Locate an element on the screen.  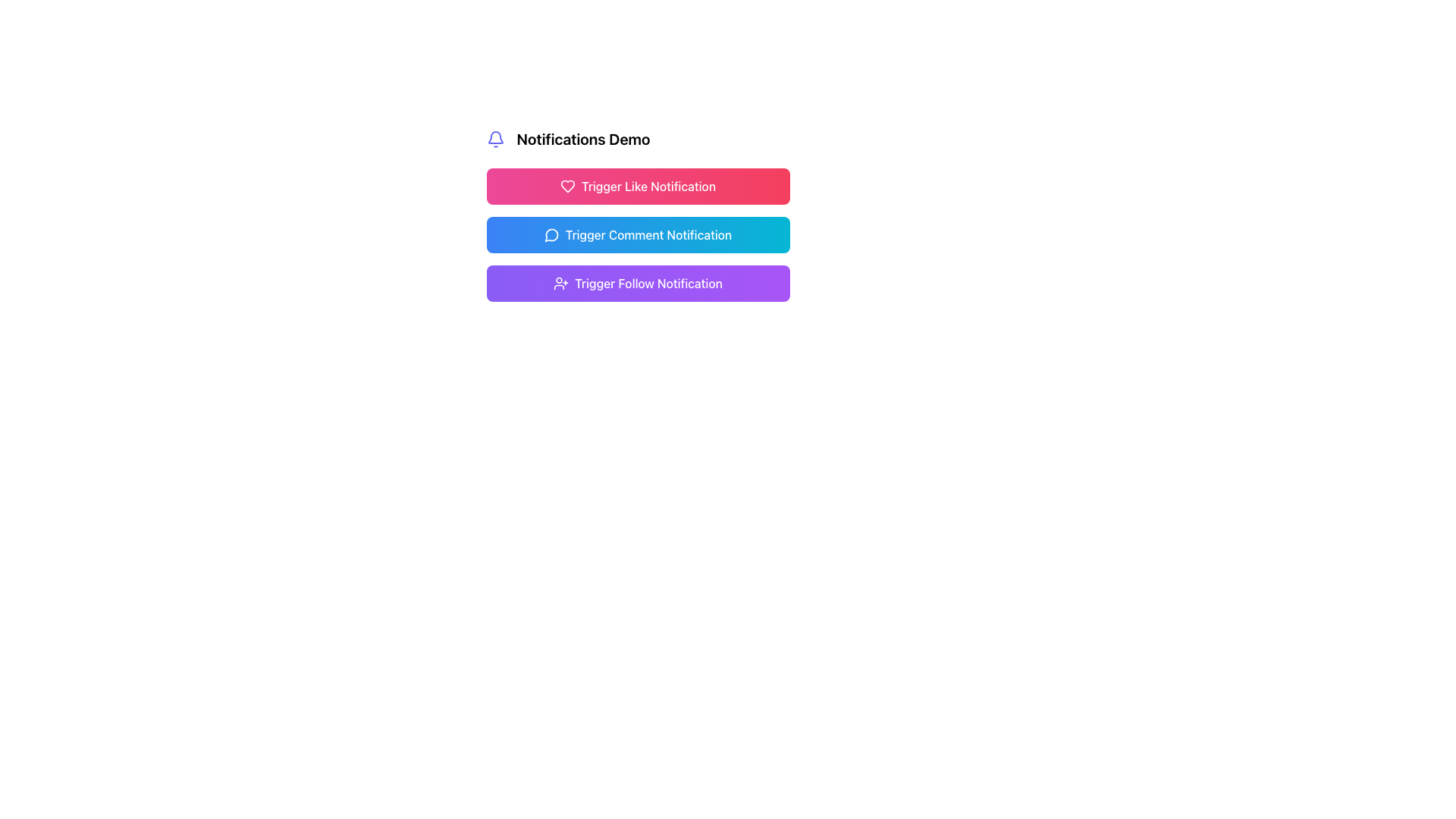
the notification button that triggers a notification related to following a user is located at coordinates (638, 284).